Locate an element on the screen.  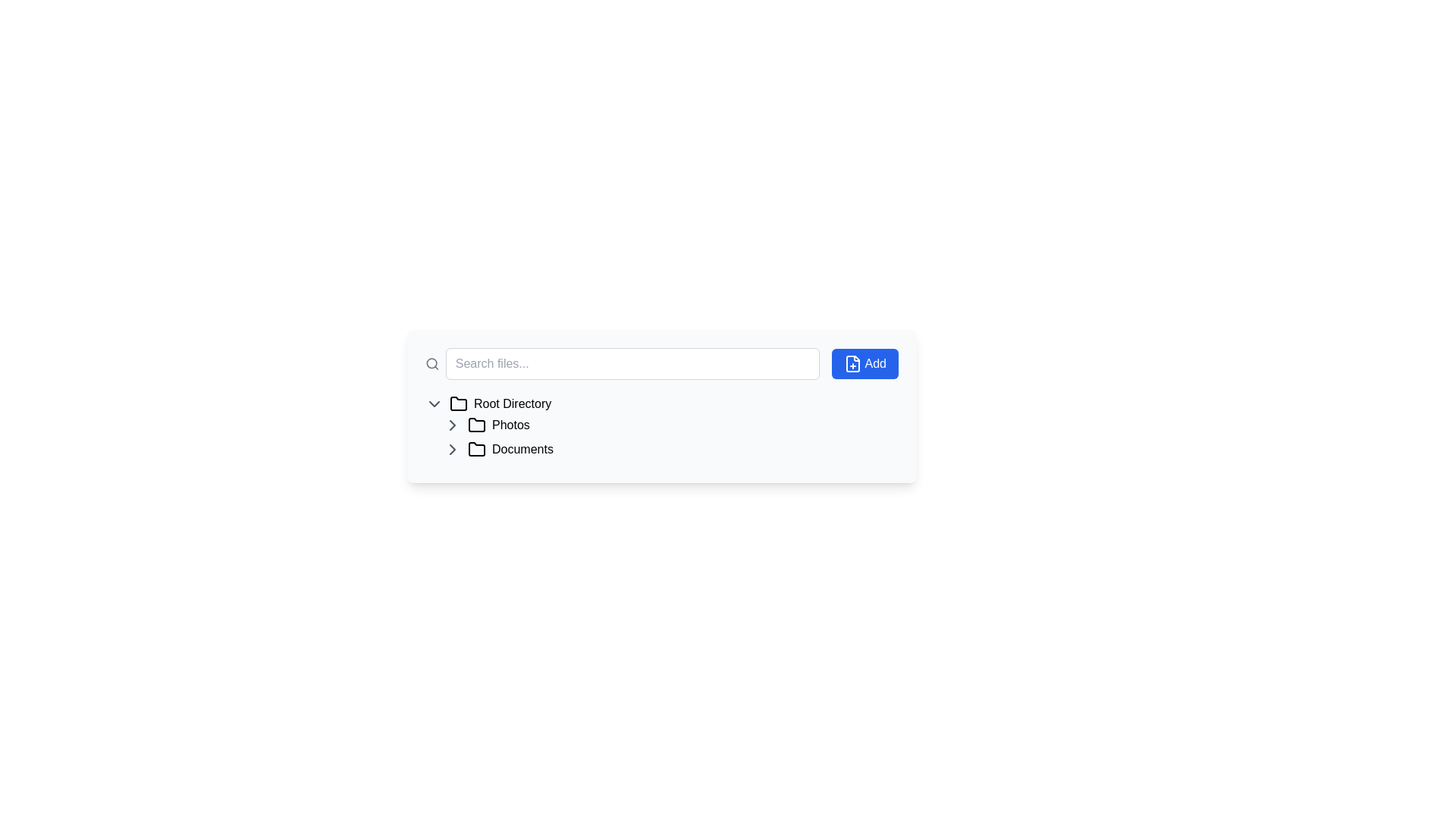
the minimalist black folder icon located to the left of the 'Photos' label is located at coordinates (475, 425).